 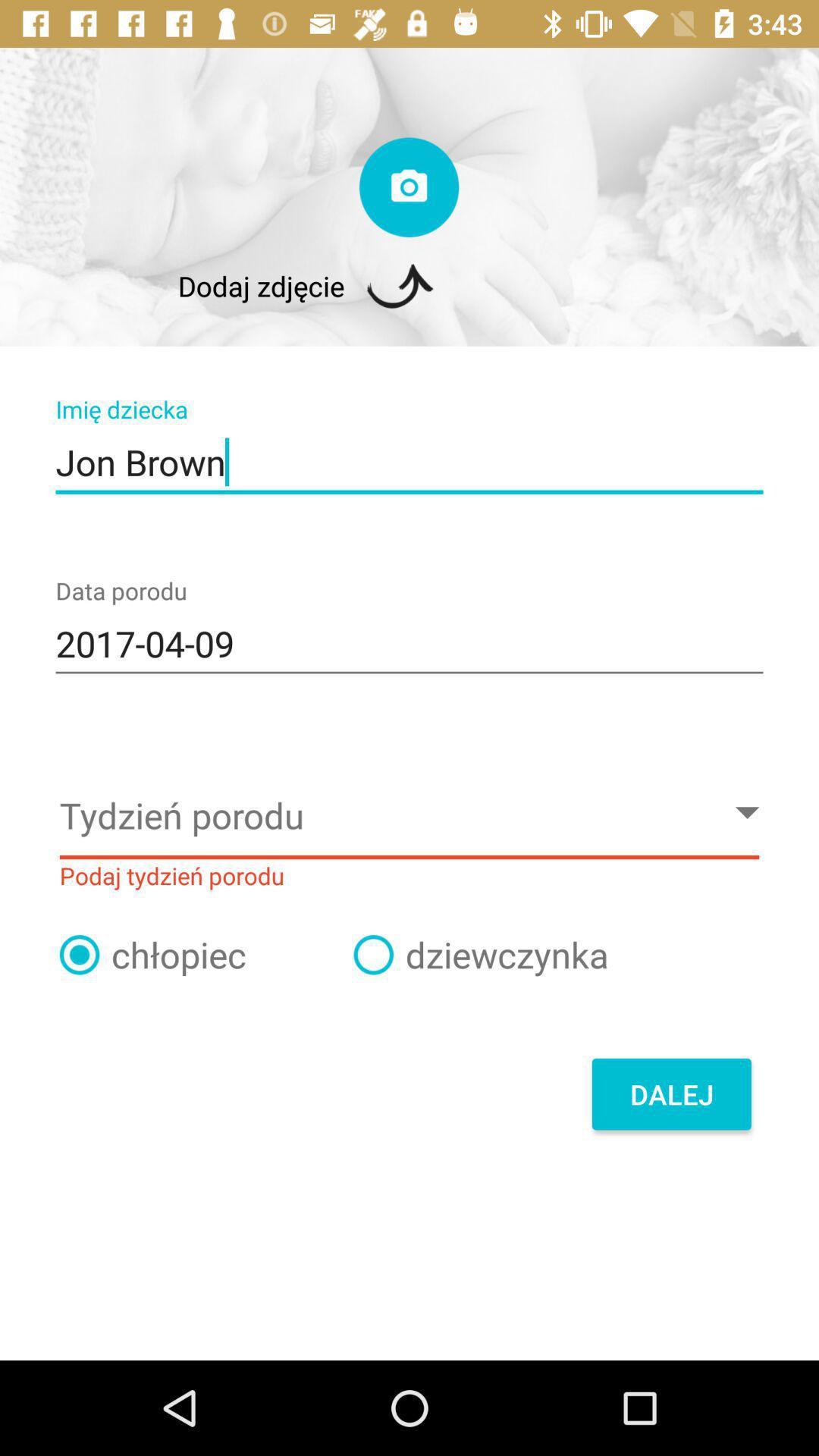 I want to click on to select your option, so click(x=79, y=954).